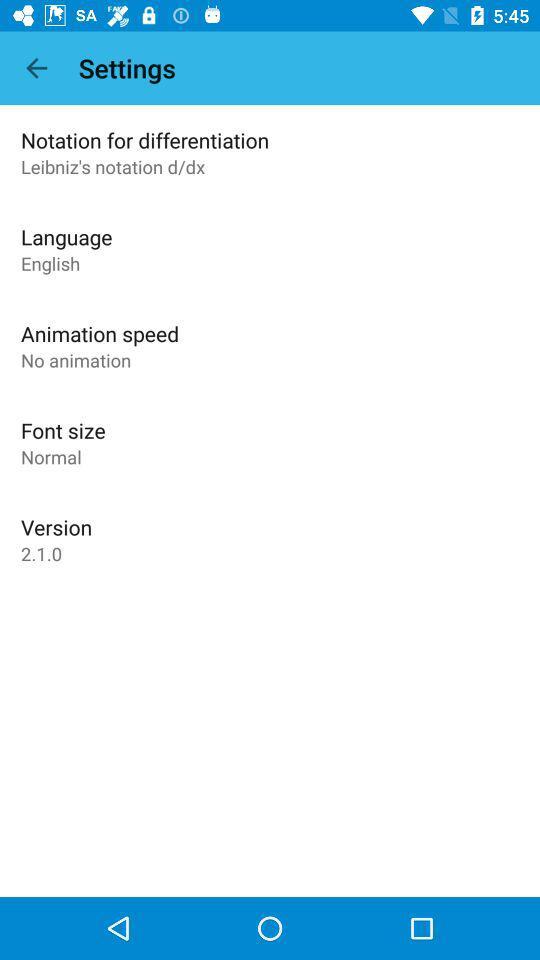 This screenshot has height=960, width=540. I want to click on icon above notation for differentiation app, so click(36, 68).